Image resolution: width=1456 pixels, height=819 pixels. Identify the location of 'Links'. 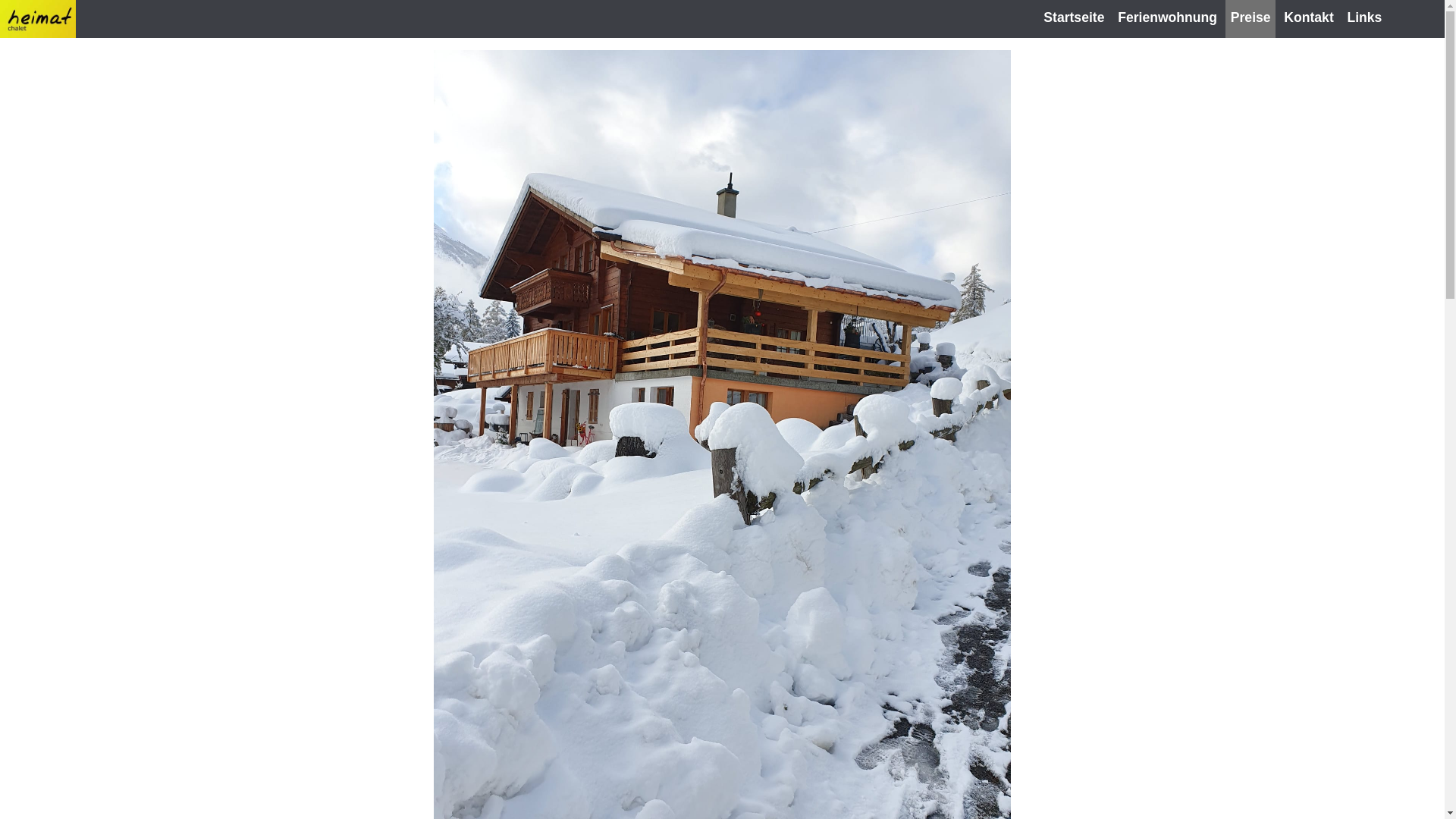
(1364, 17).